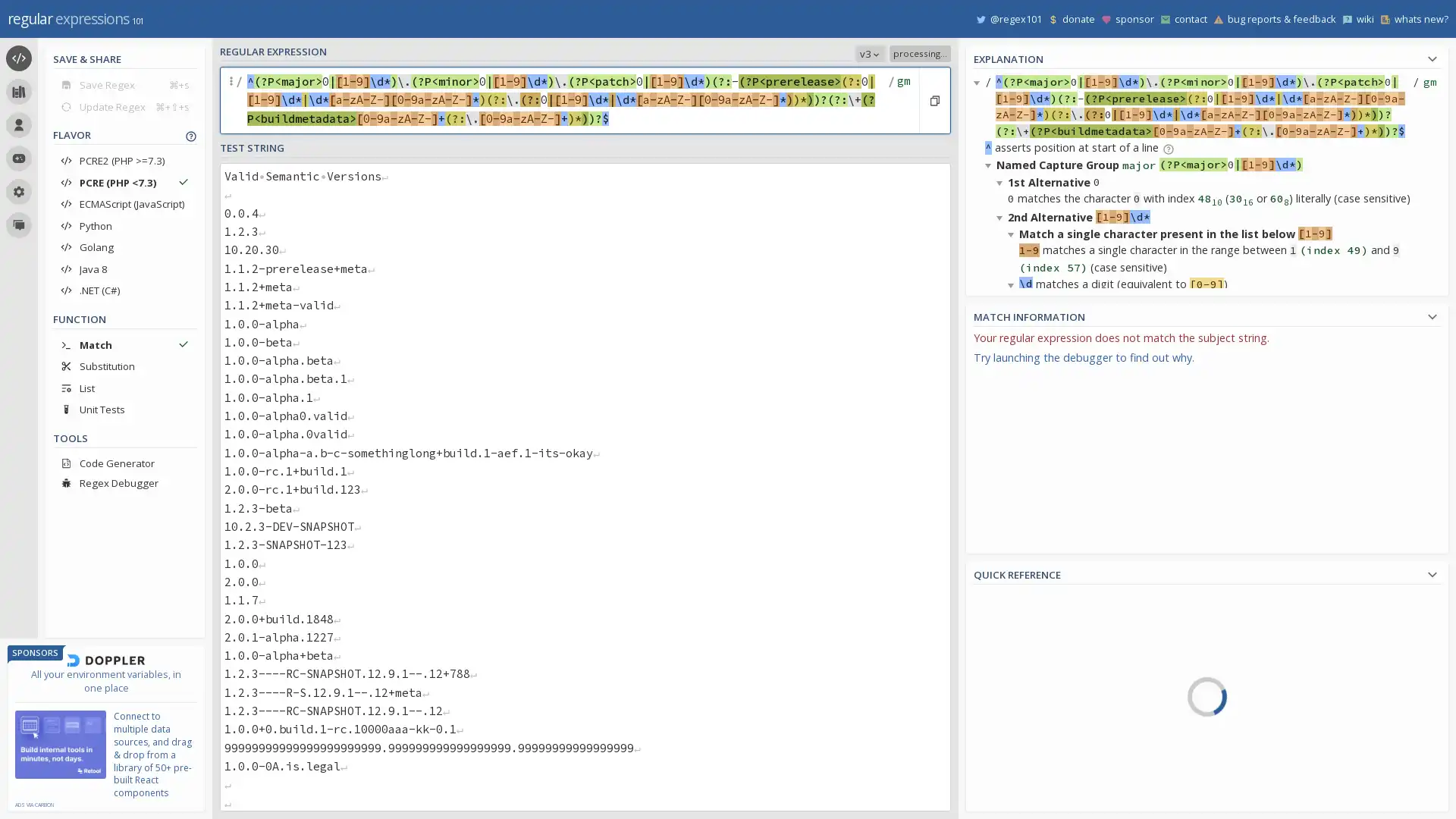 This screenshot has width=1456, height=819. What do you see at coordinates (124, 203) in the screenshot?
I see `ECMAScript (JavaScript)` at bounding box center [124, 203].